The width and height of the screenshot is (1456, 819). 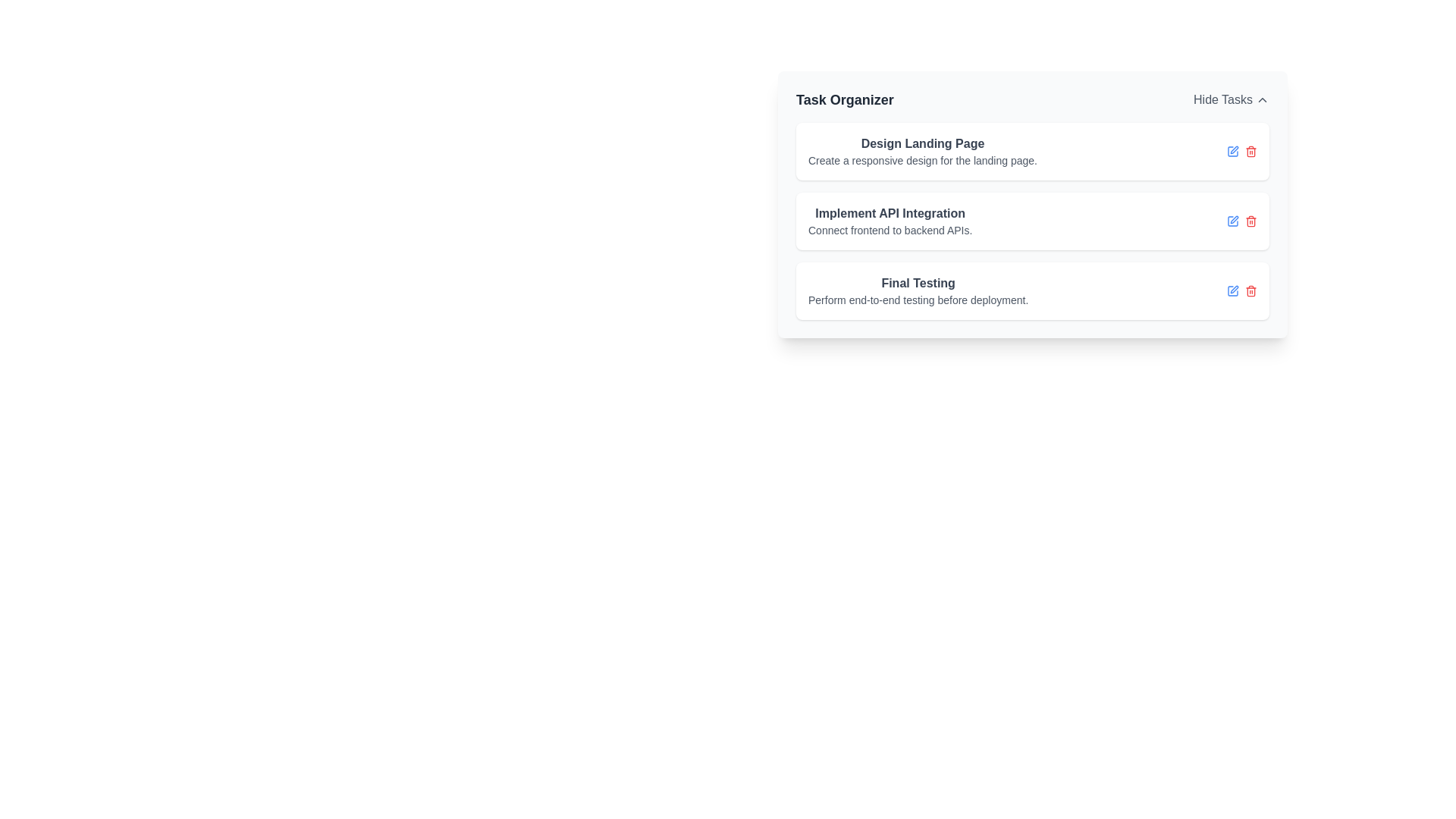 I want to click on the upward-pointing chevron arrow icon located to the right of the 'Hide Tasks' text in the 'Task Organizer', so click(x=1263, y=99).